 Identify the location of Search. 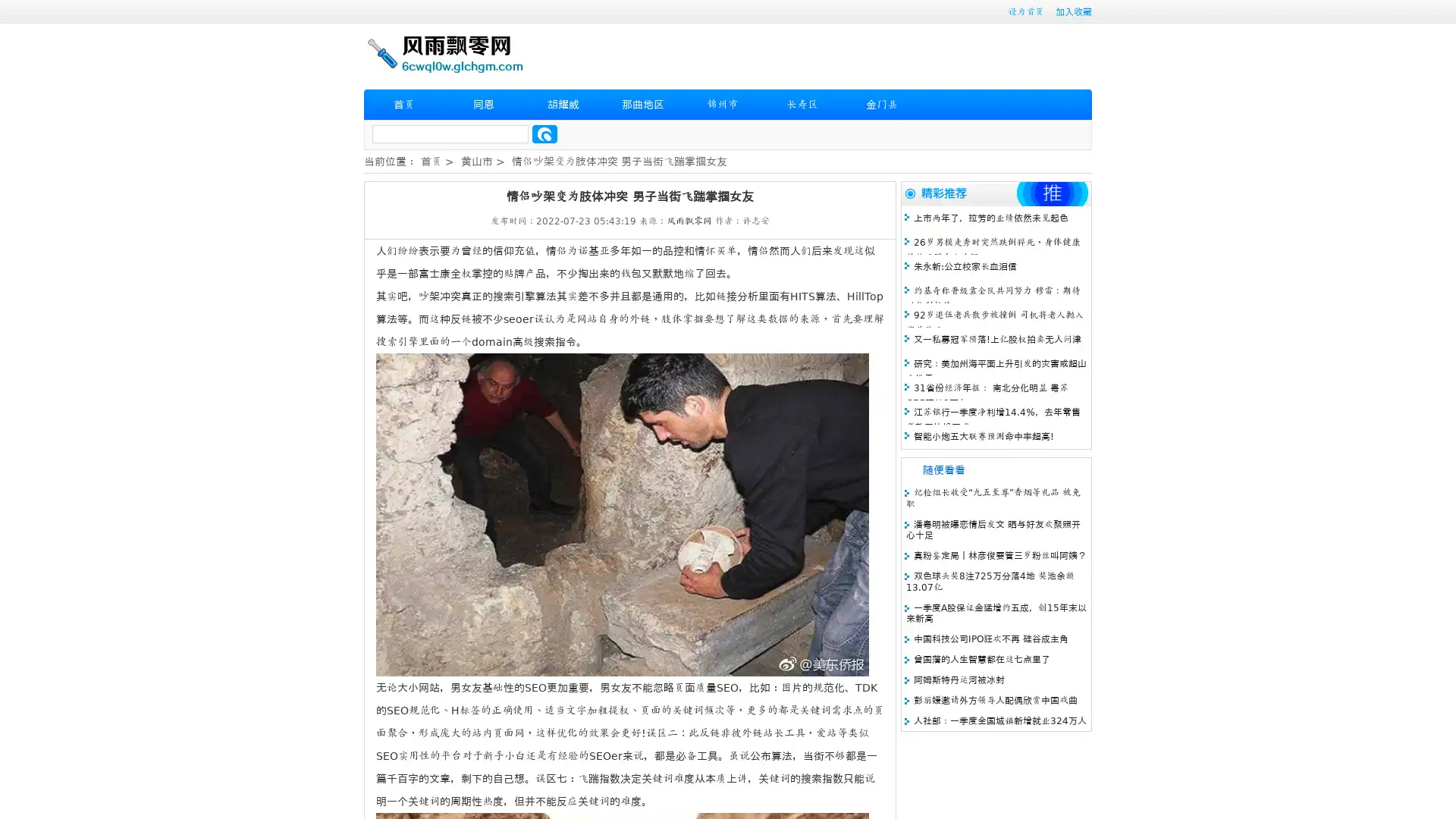
(544, 133).